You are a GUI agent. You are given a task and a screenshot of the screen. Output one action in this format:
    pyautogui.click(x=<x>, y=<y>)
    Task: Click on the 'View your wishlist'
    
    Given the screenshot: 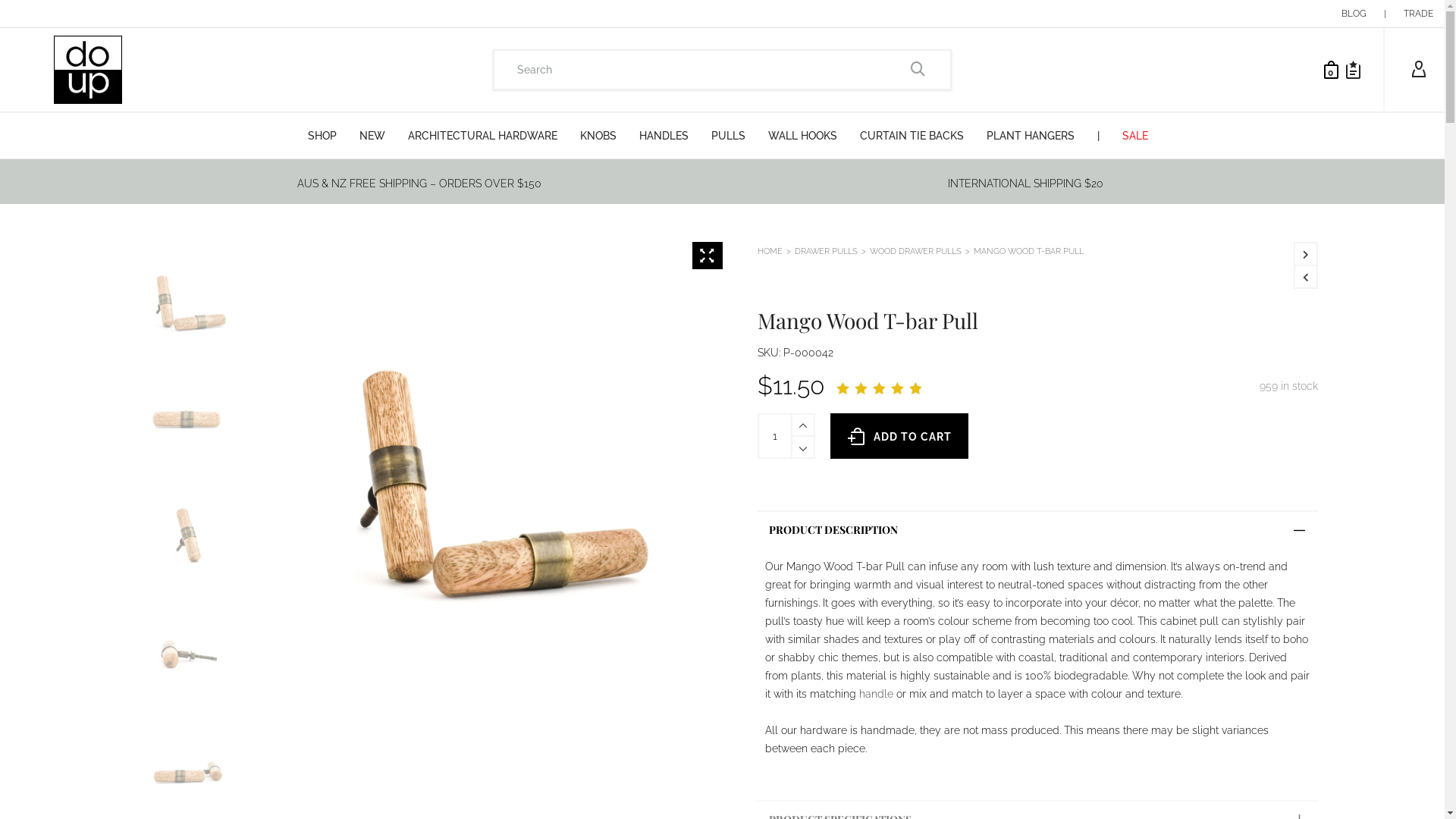 What is the action you would take?
    pyautogui.click(x=1353, y=70)
    